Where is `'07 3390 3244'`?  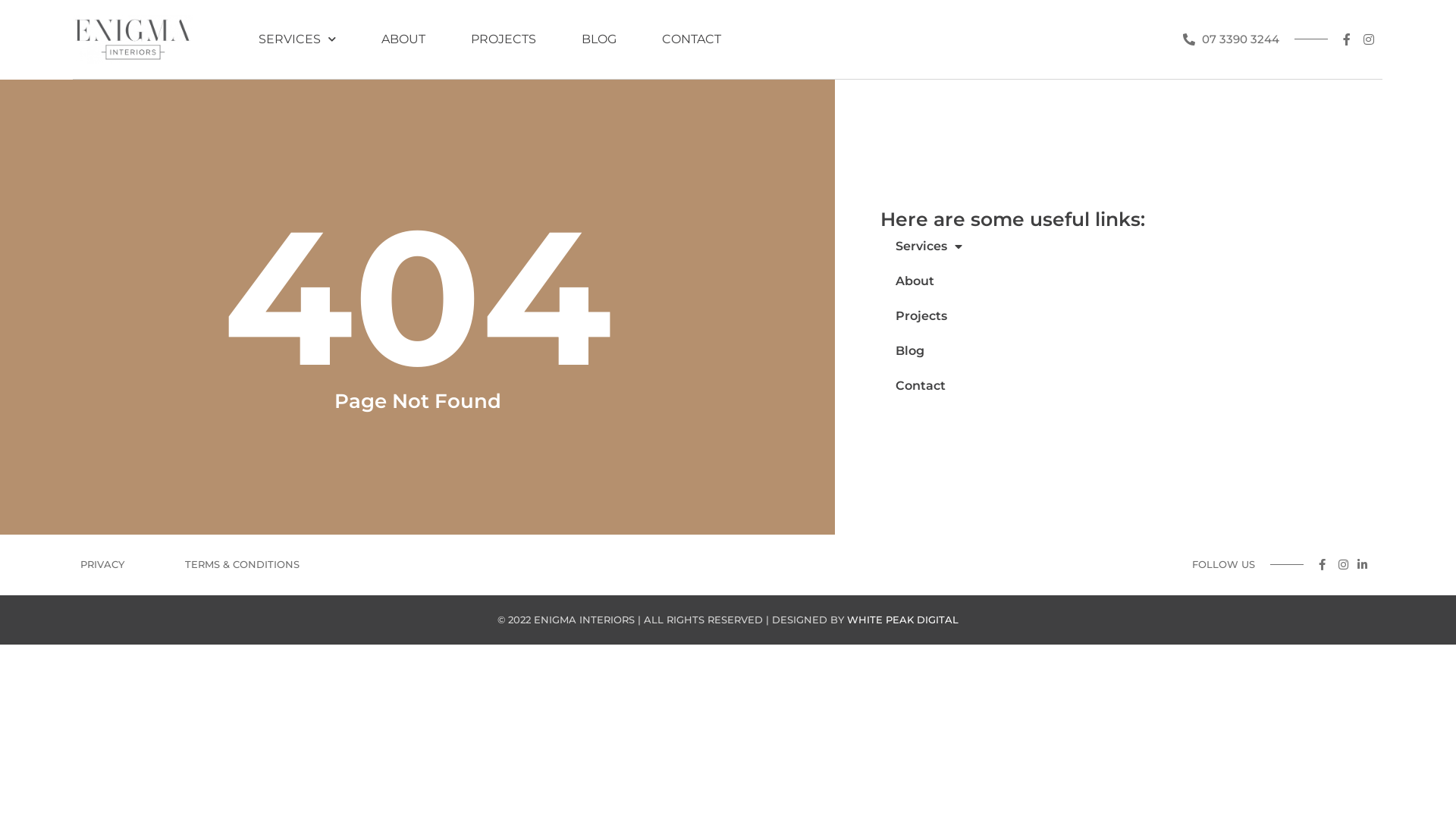
'07 3390 3244' is located at coordinates (1231, 38).